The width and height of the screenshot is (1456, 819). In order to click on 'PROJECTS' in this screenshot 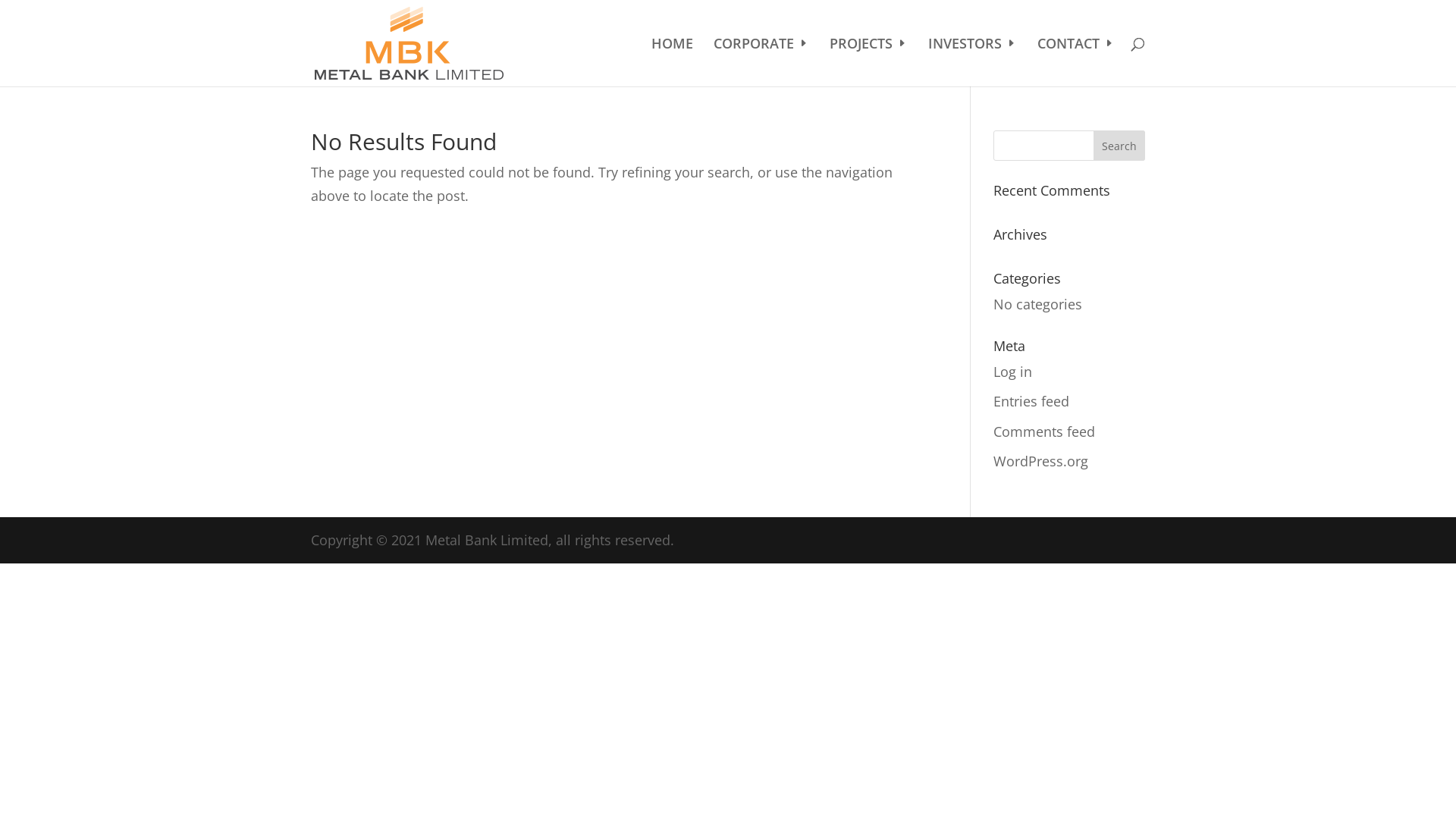, I will do `click(868, 61)`.